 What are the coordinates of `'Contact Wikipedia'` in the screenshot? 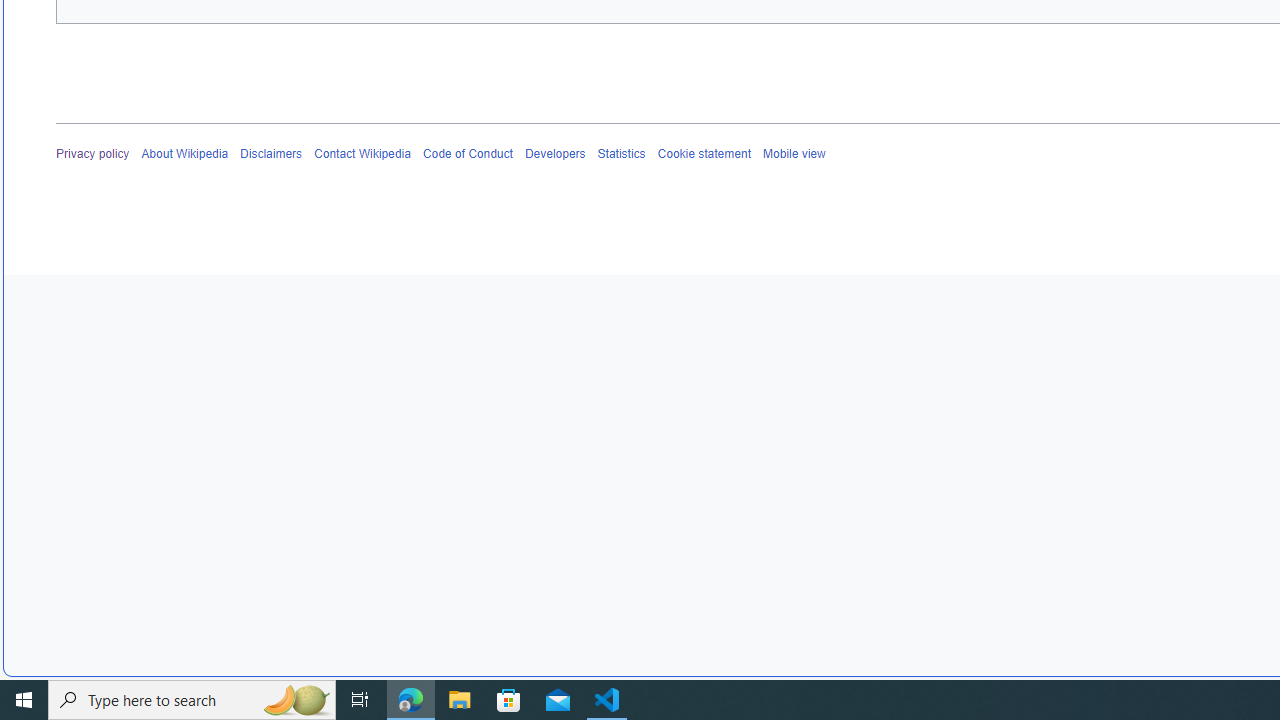 It's located at (362, 153).